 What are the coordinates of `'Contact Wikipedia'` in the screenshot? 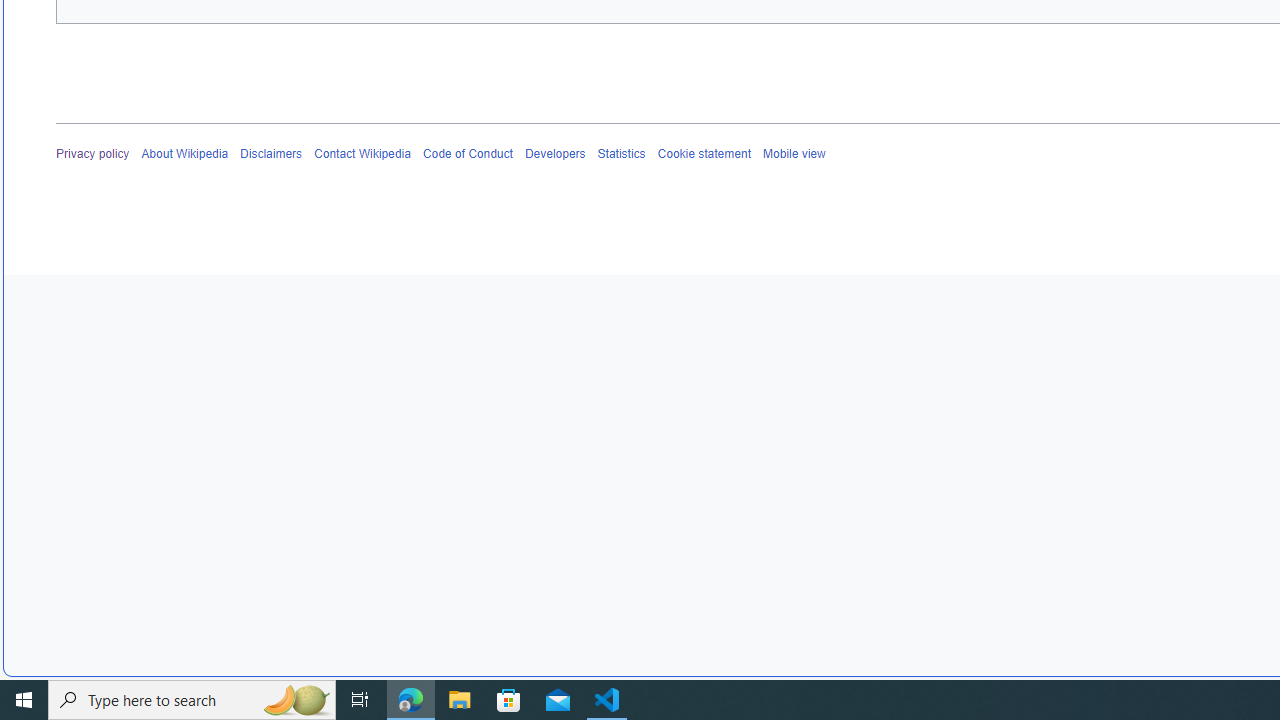 It's located at (362, 153).